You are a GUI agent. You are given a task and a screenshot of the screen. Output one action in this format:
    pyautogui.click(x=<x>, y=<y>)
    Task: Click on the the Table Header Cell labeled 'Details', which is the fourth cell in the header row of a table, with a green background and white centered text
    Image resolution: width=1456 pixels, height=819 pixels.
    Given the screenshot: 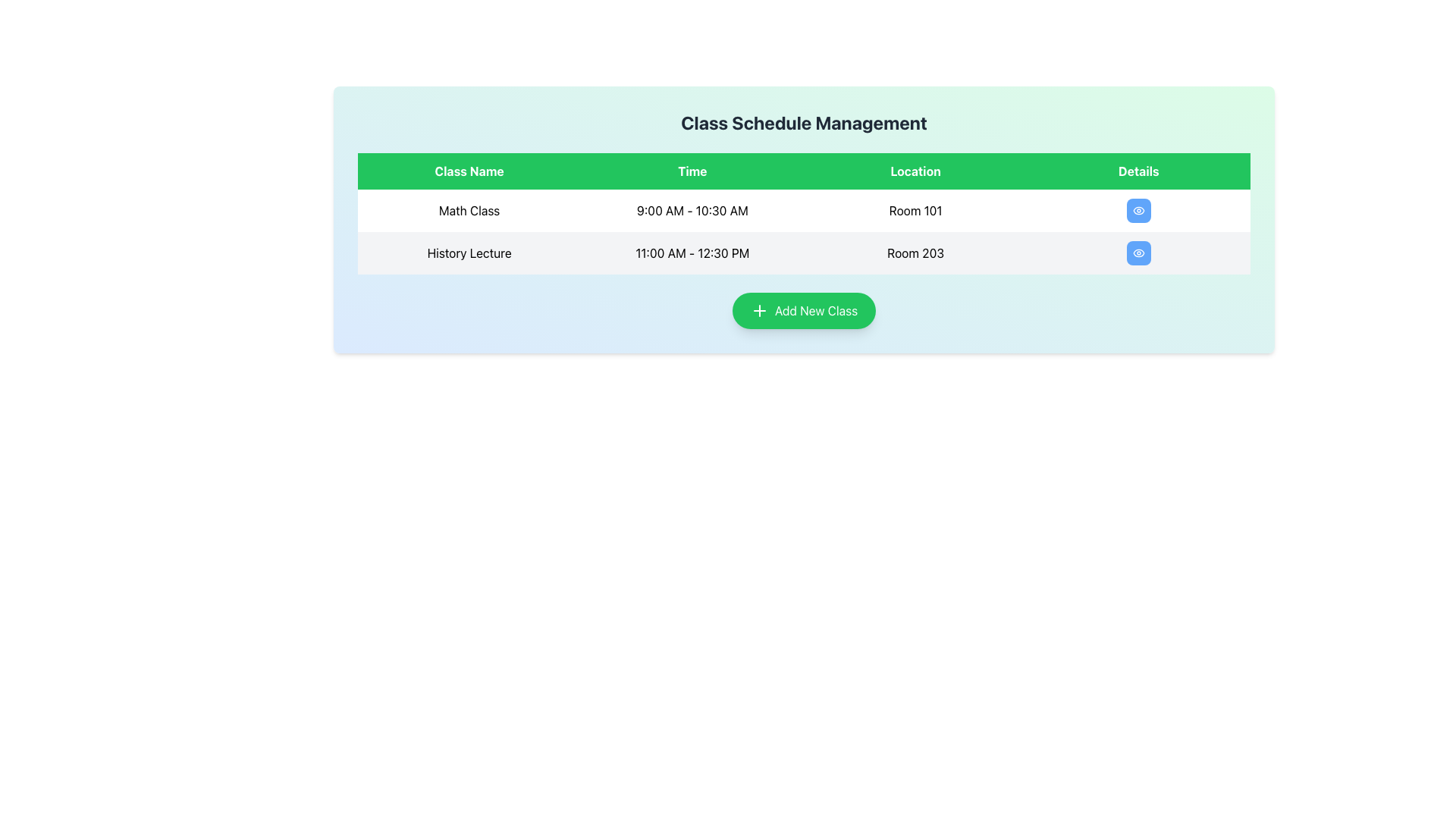 What is the action you would take?
    pyautogui.click(x=1138, y=171)
    